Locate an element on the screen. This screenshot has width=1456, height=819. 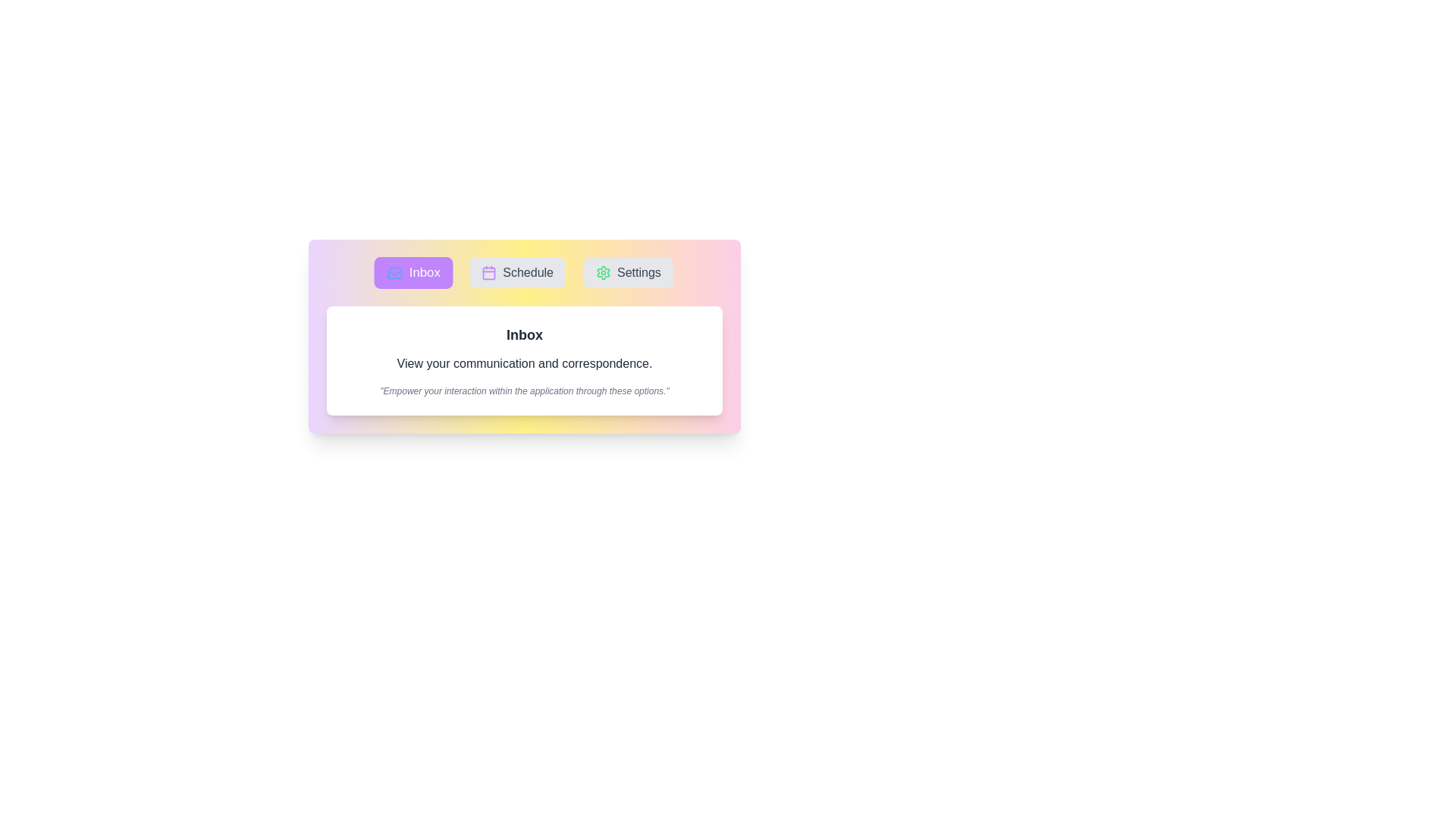
the Settings tab to switch its content is located at coordinates (628, 271).